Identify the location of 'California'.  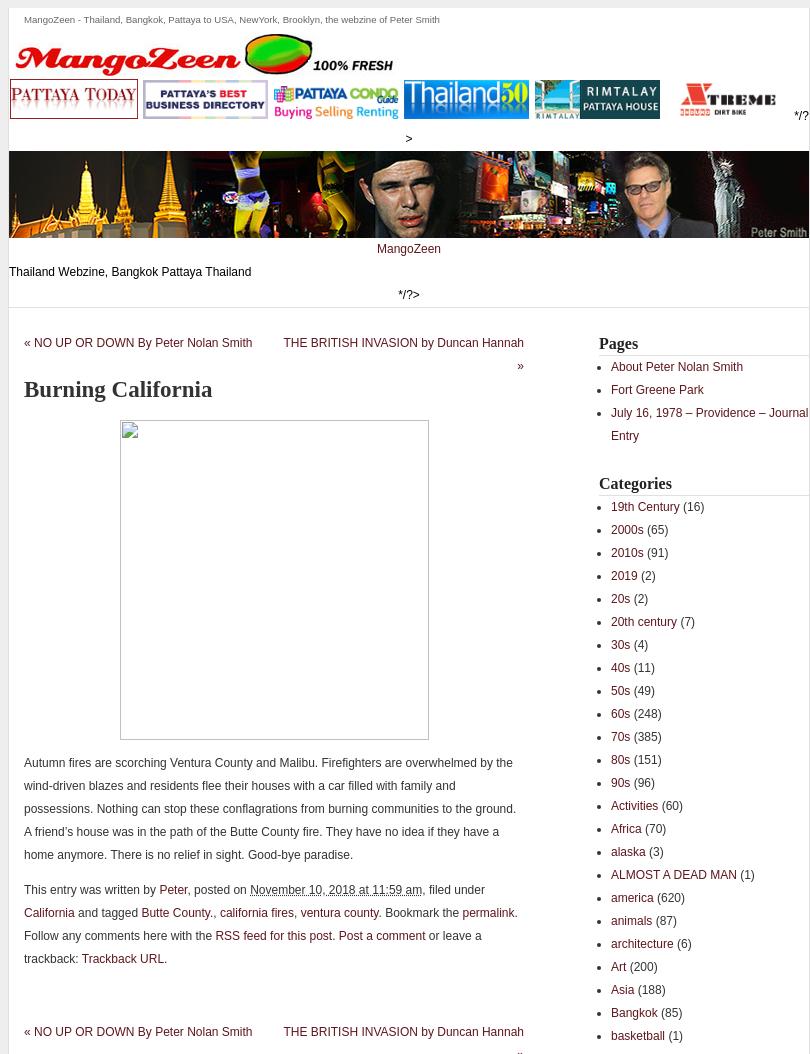
(23, 911).